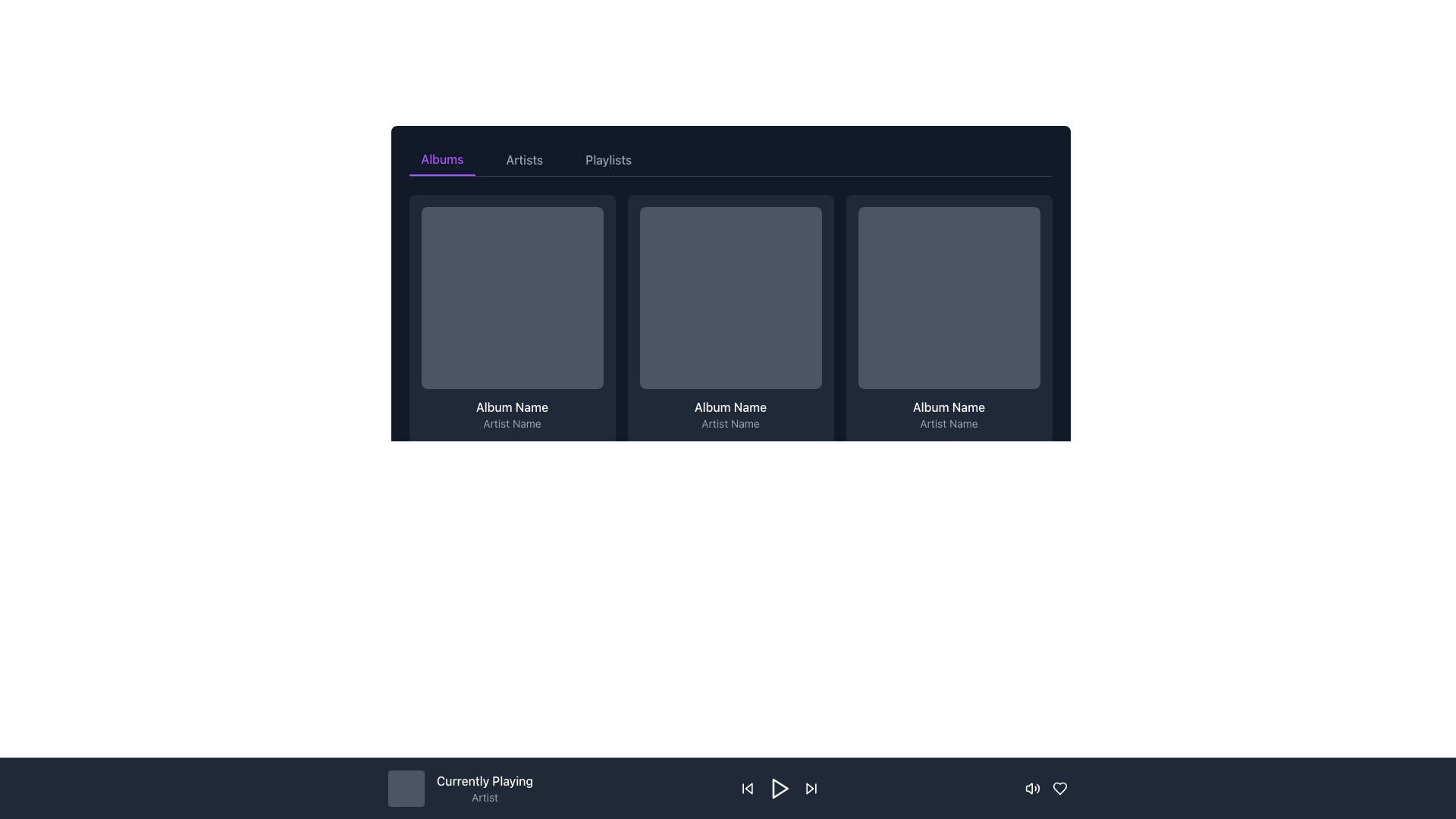 Image resolution: width=1456 pixels, height=819 pixels. I want to click on the Text Label that displays the name or title of the album, located below the square thumbnail image in the middle card of a horizontally-aligned group of three cards, so click(730, 406).